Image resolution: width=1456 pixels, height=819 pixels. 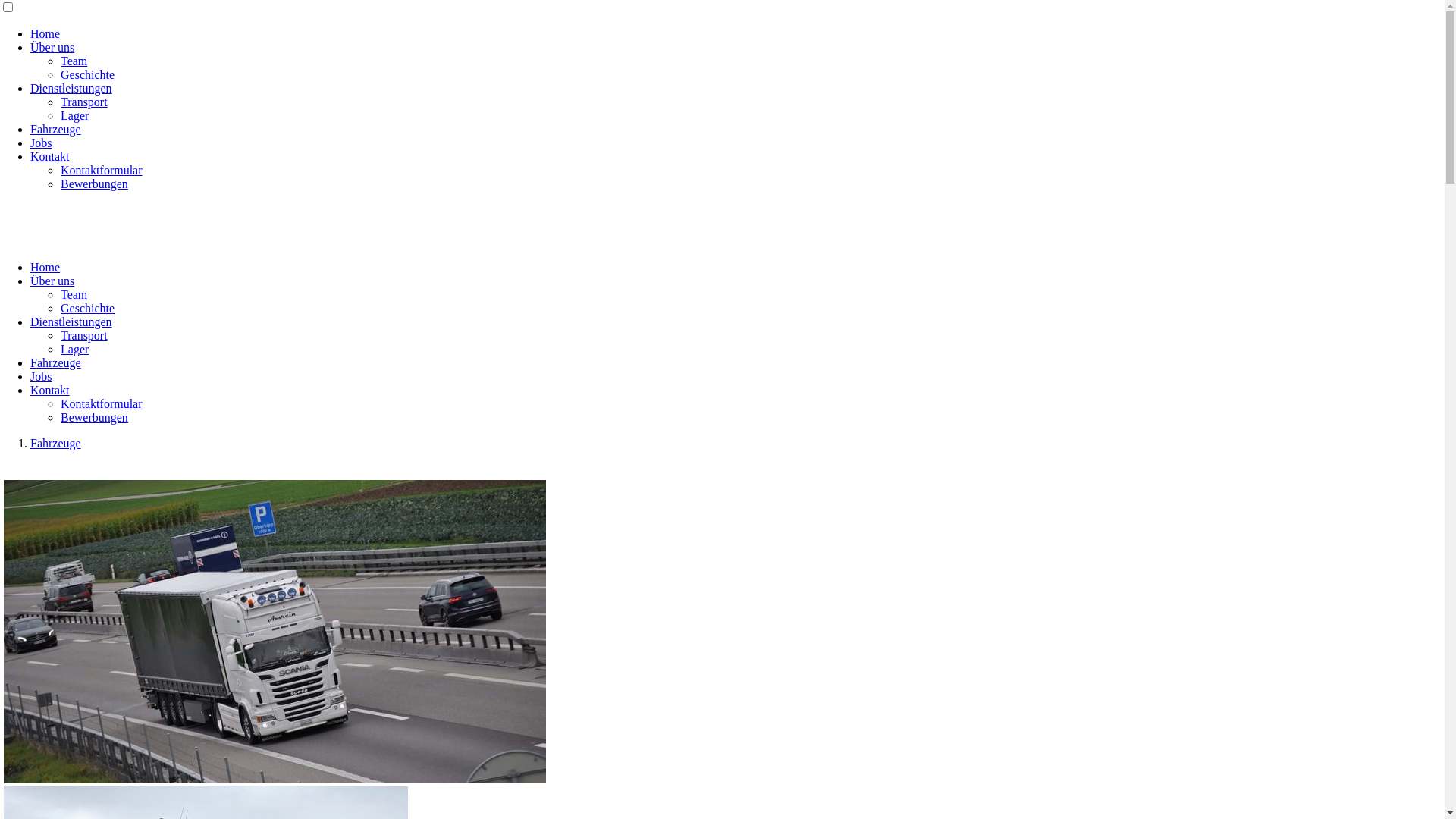 I want to click on 'Kontakt', so click(x=30, y=156).